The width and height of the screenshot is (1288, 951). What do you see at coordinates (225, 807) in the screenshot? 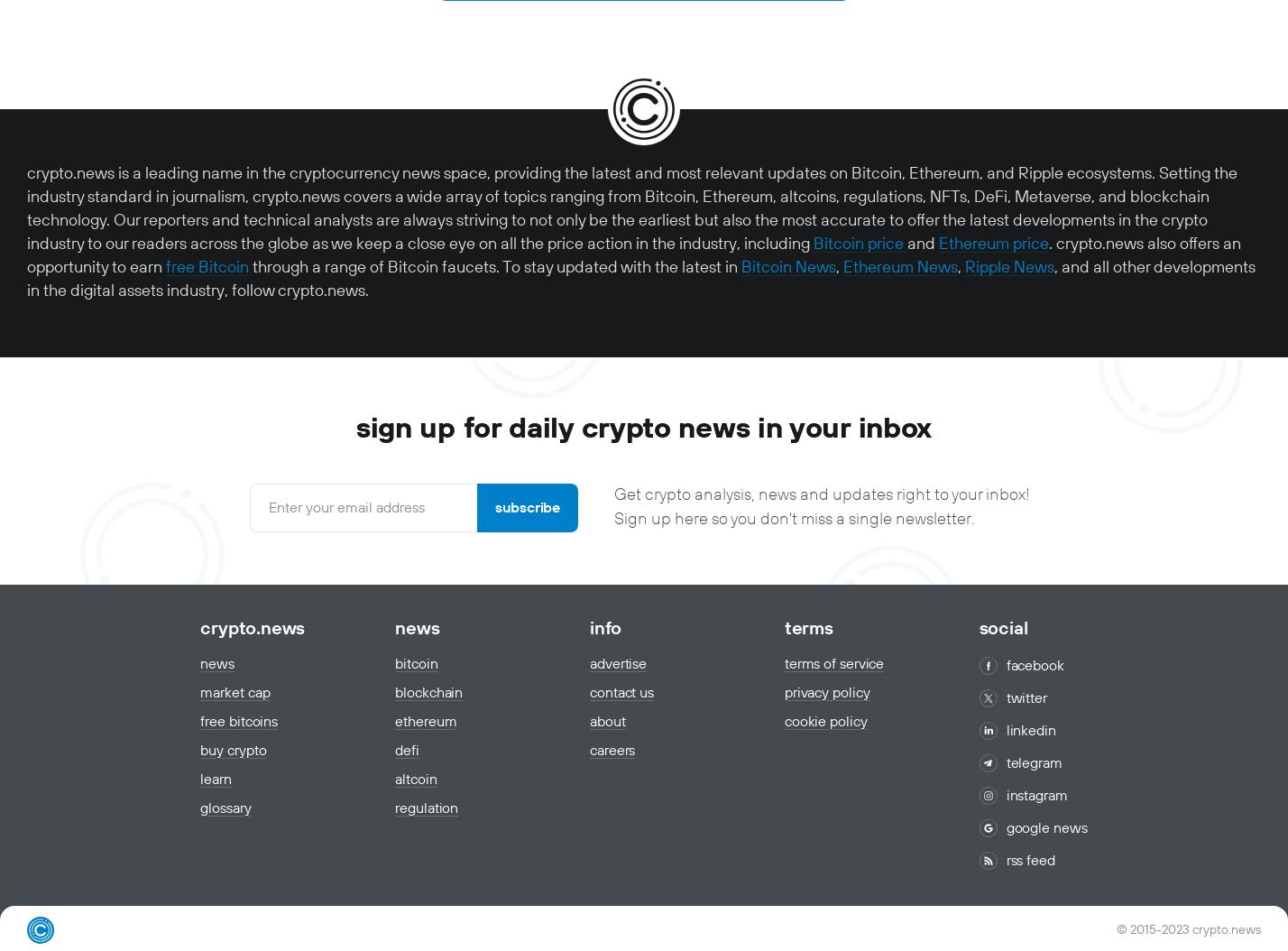
I see `'Glossary'` at bounding box center [225, 807].